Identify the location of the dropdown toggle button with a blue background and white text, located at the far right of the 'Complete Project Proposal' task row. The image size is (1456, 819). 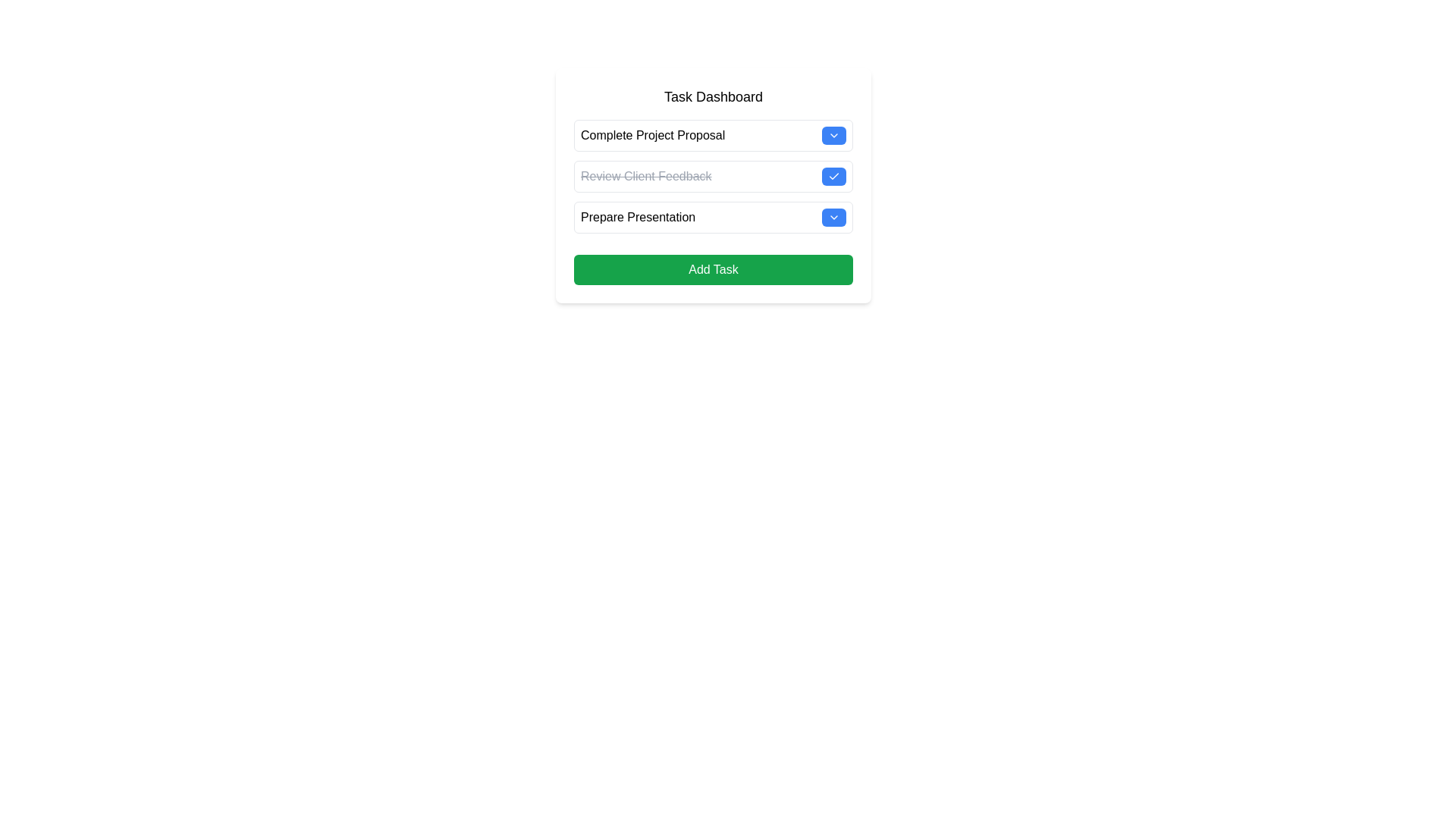
(833, 134).